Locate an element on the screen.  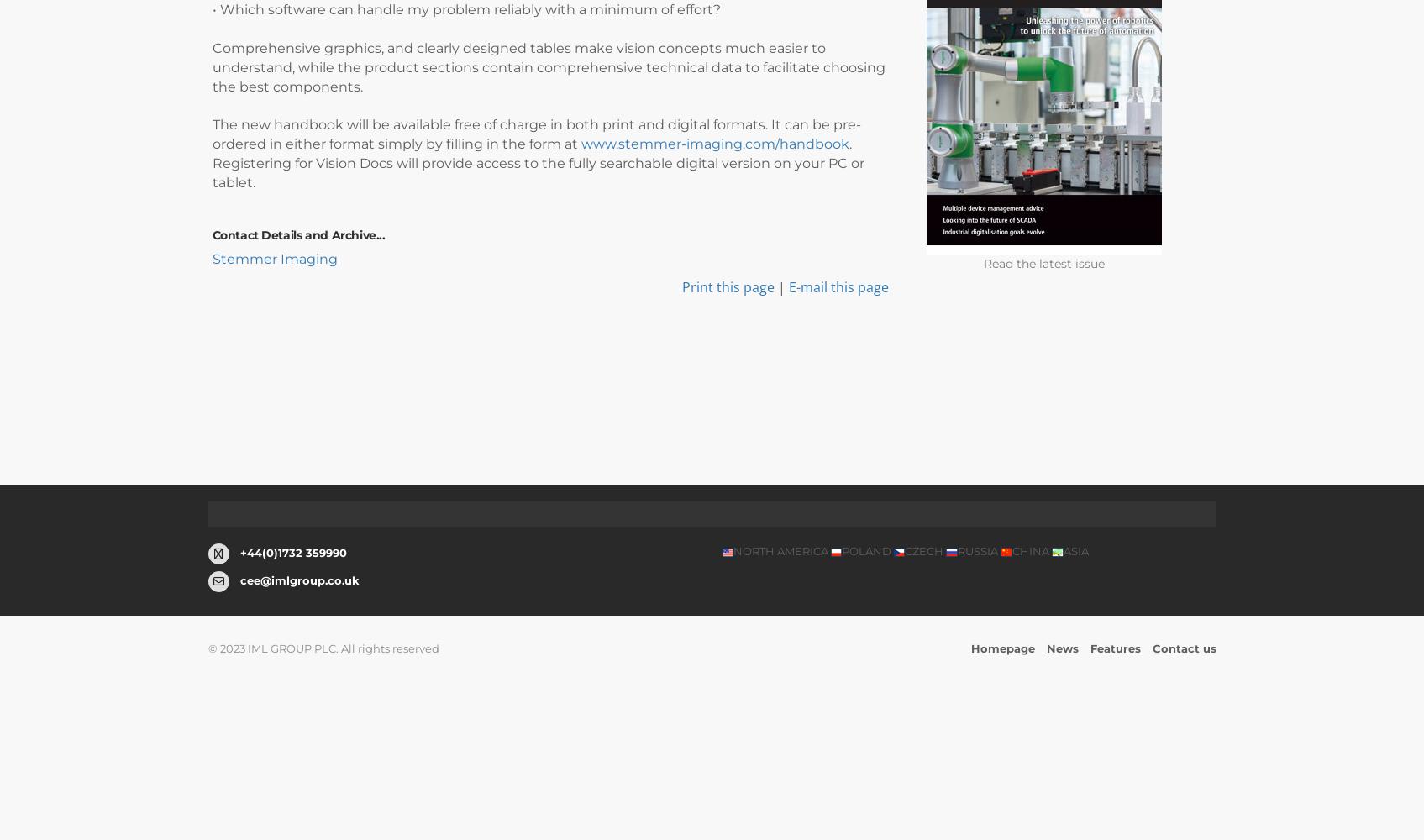
'|' is located at coordinates (780, 286).